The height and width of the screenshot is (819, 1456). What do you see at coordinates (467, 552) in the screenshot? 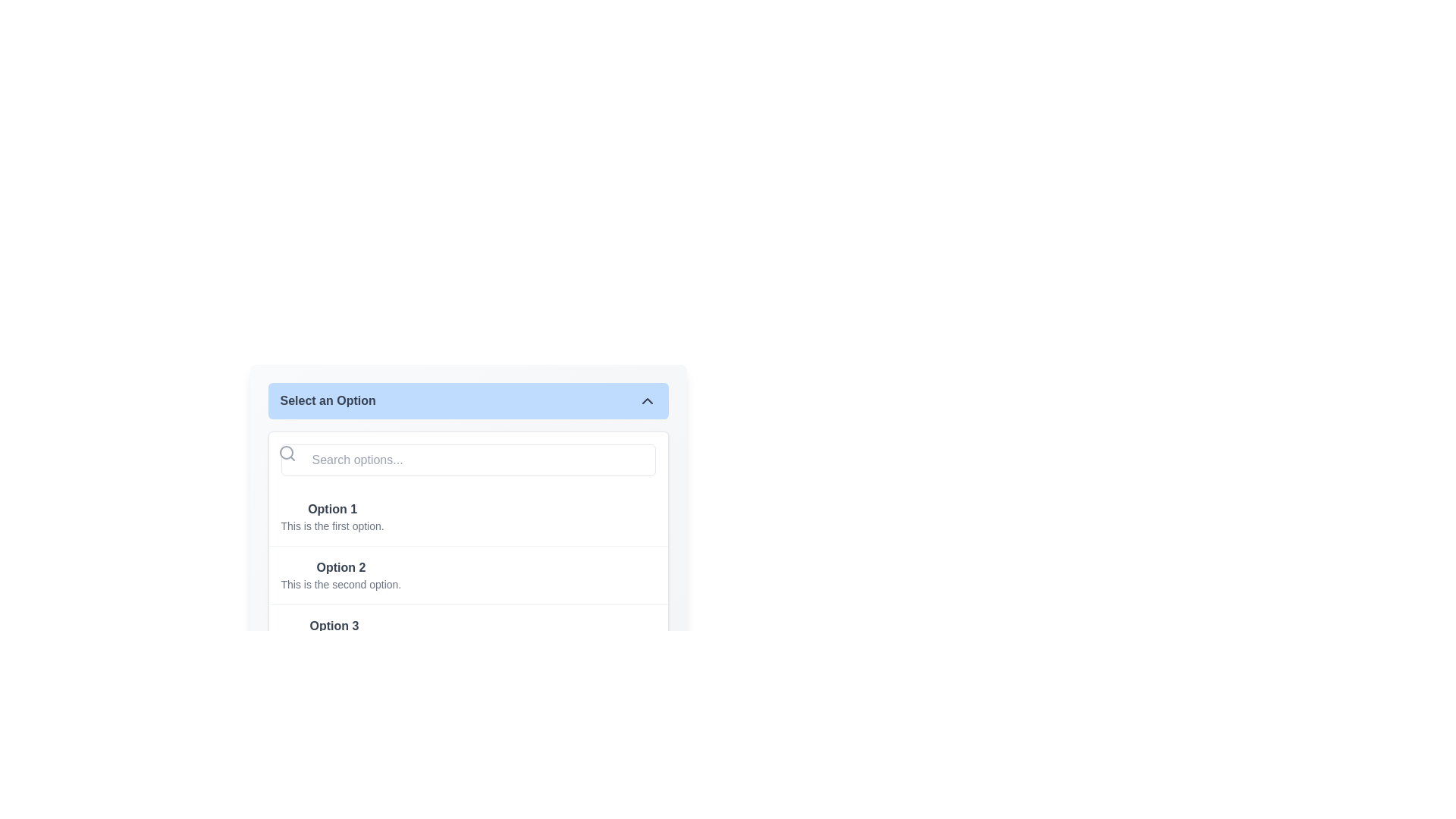
I see `the second option labeled 'Option 2' within the dropdown menu 'Select an Option'` at bounding box center [467, 552].